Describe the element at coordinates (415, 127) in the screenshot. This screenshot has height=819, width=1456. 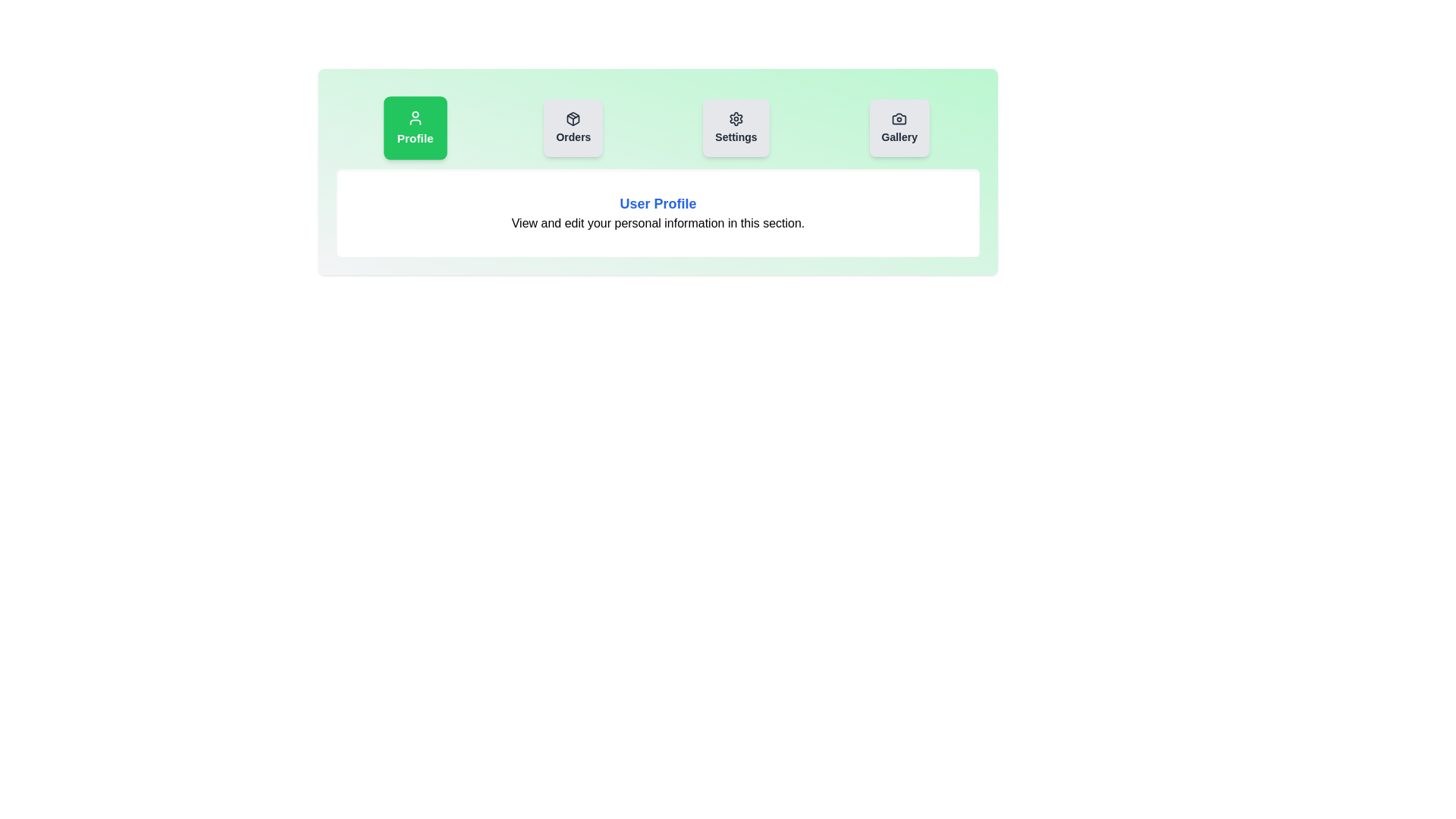
I see `the tab labeled Profile` at that location.